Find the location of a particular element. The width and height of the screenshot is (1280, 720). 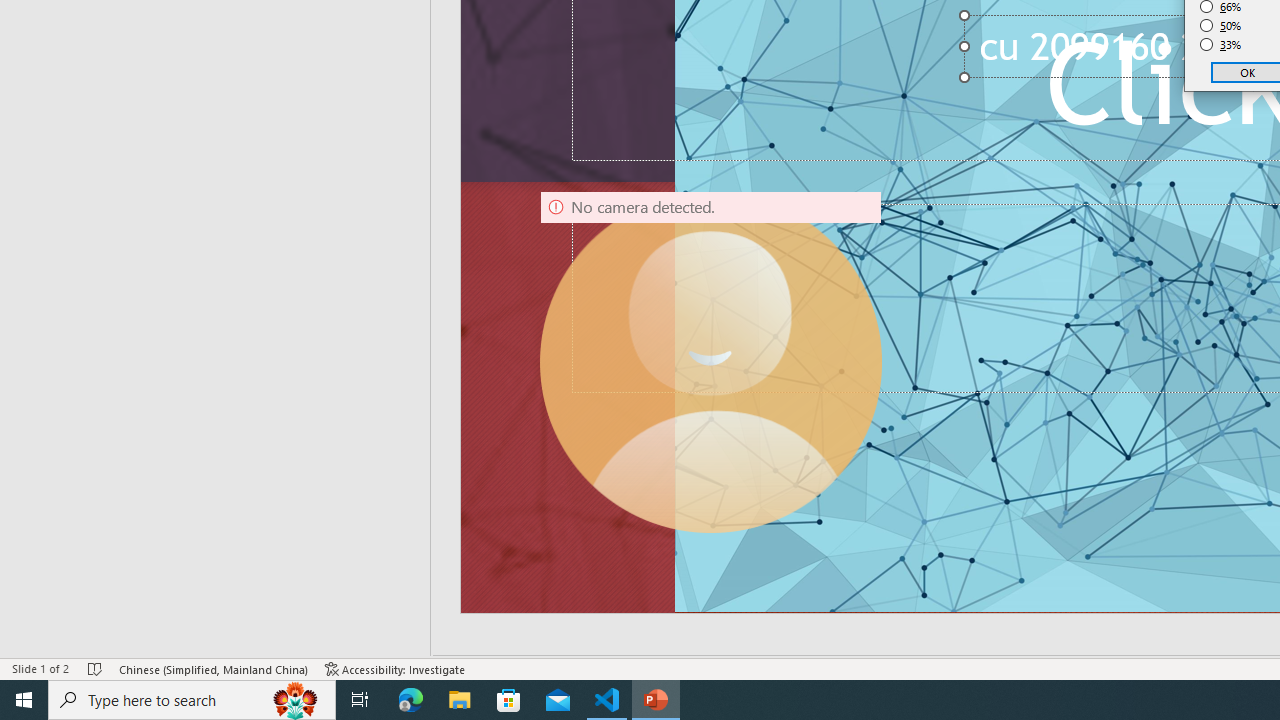

'Search highlights icon opens search home window' is located at coordinates (294, 698).